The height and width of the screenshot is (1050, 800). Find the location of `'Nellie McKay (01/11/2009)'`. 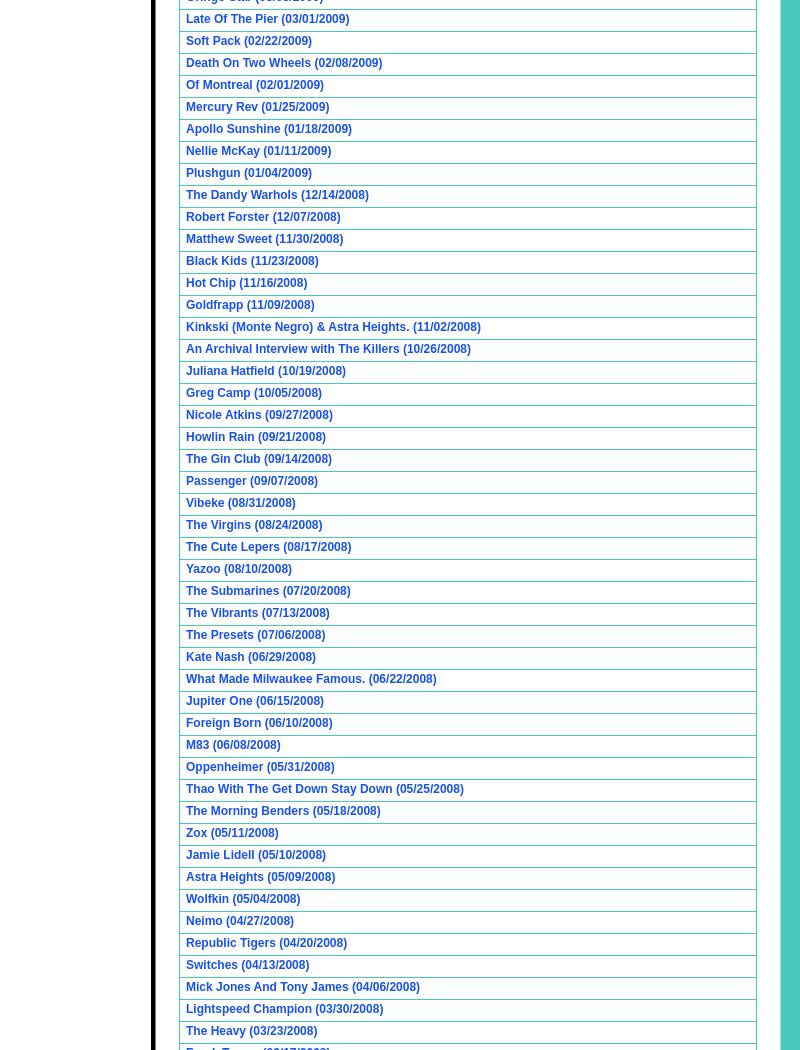

'Nellie McKay (01/11/2009)' is located at coordinates (257, 150).